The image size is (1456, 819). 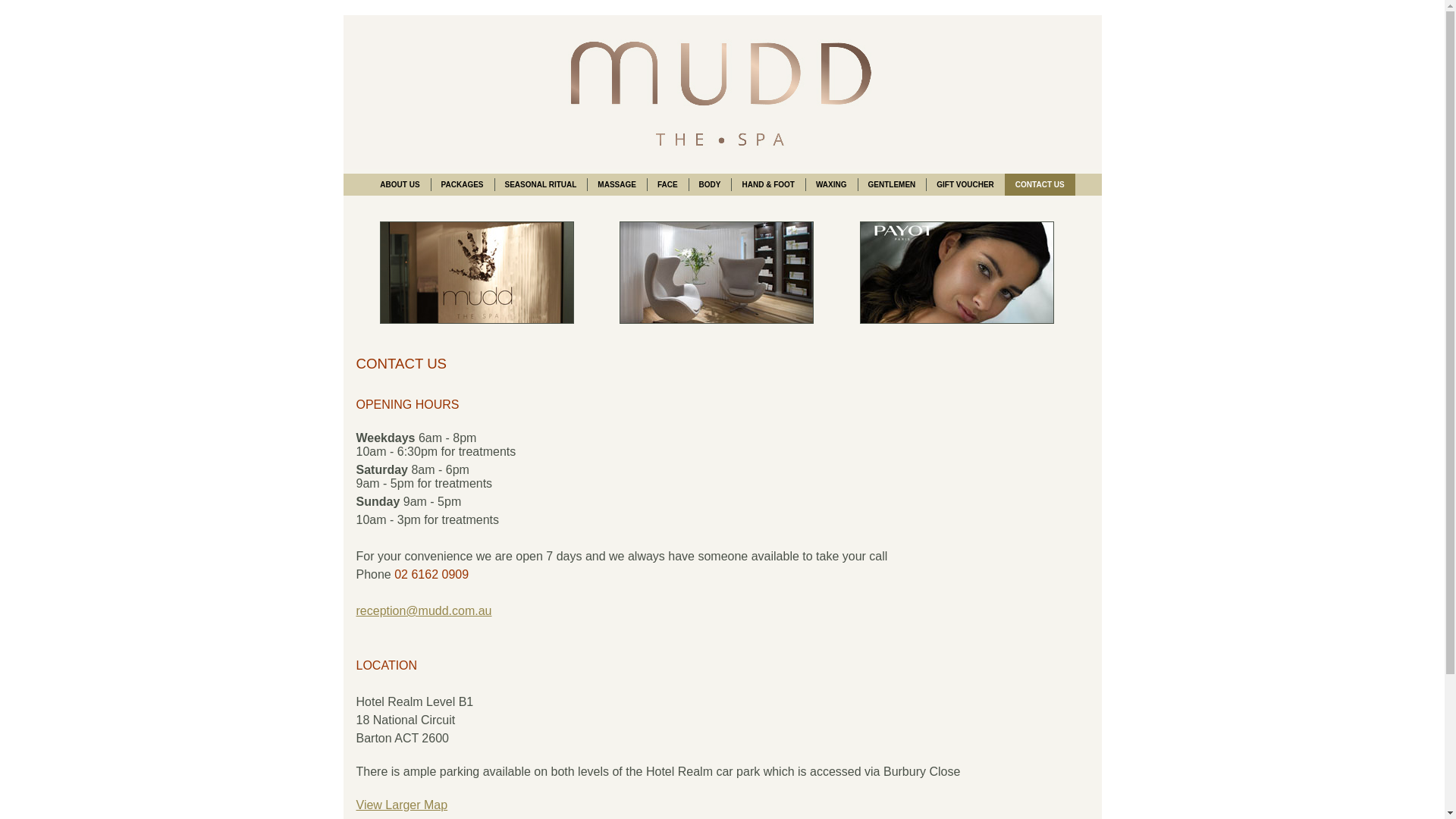 What do you see at coordinates (830, 184) in the screenshot?
I see `'WAXING'` at bounding box center [830, 184].